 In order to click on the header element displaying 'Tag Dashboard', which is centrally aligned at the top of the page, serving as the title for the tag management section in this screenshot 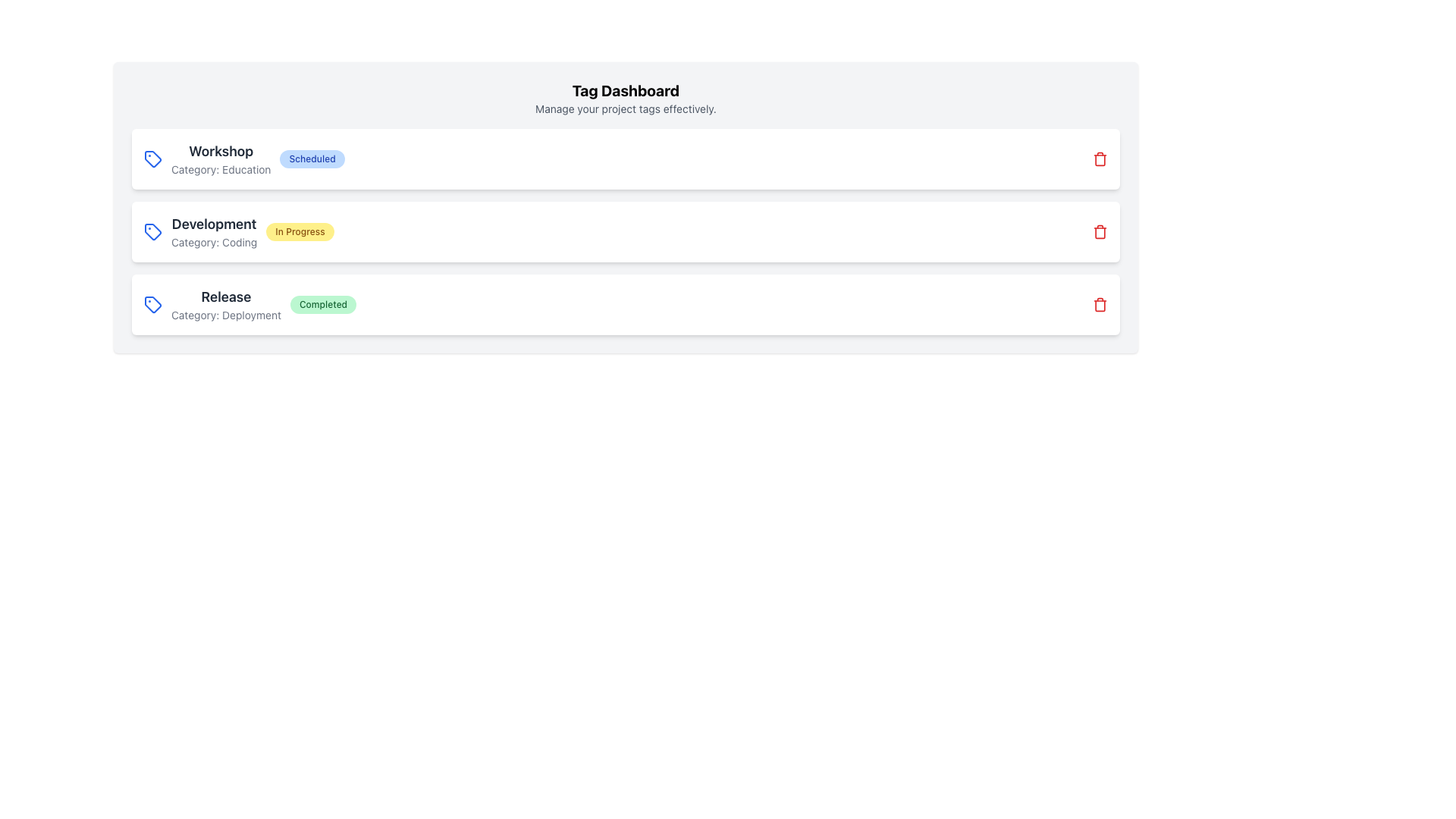, I will do `click(626, 90)`.